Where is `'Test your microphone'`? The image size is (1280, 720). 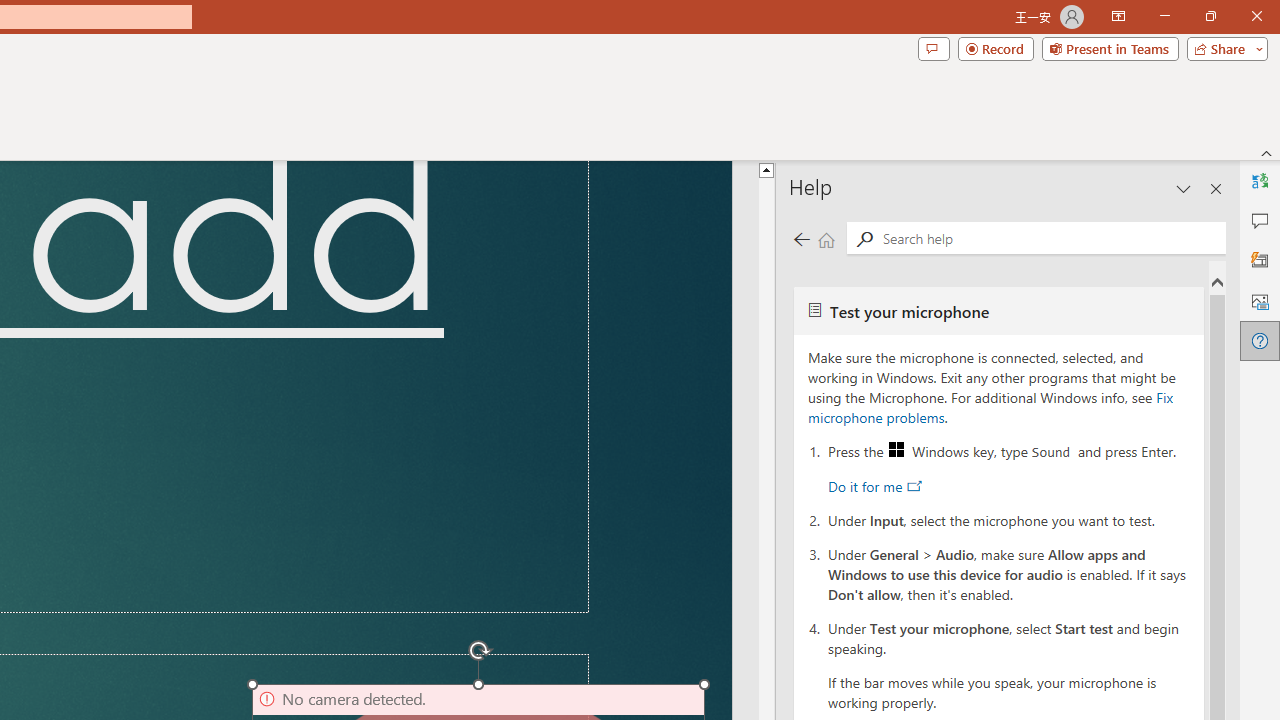
'Test your microphone' is located at coordinates (999, 311).